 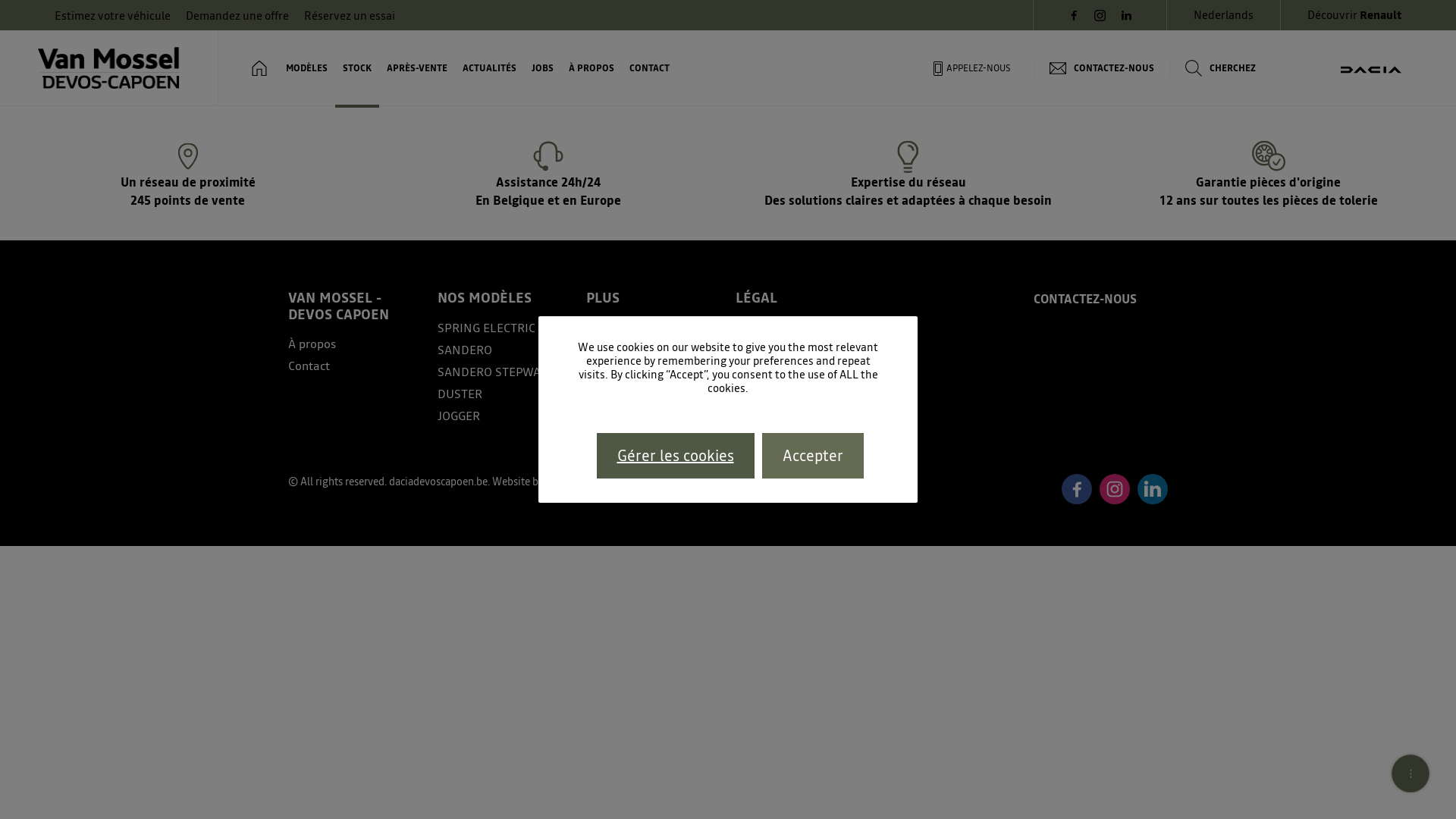 What do you see at coordinates (436, 327) in the screenshot?
I see `'SPRING ELECTRIC'` at bounding box center [436, 327].